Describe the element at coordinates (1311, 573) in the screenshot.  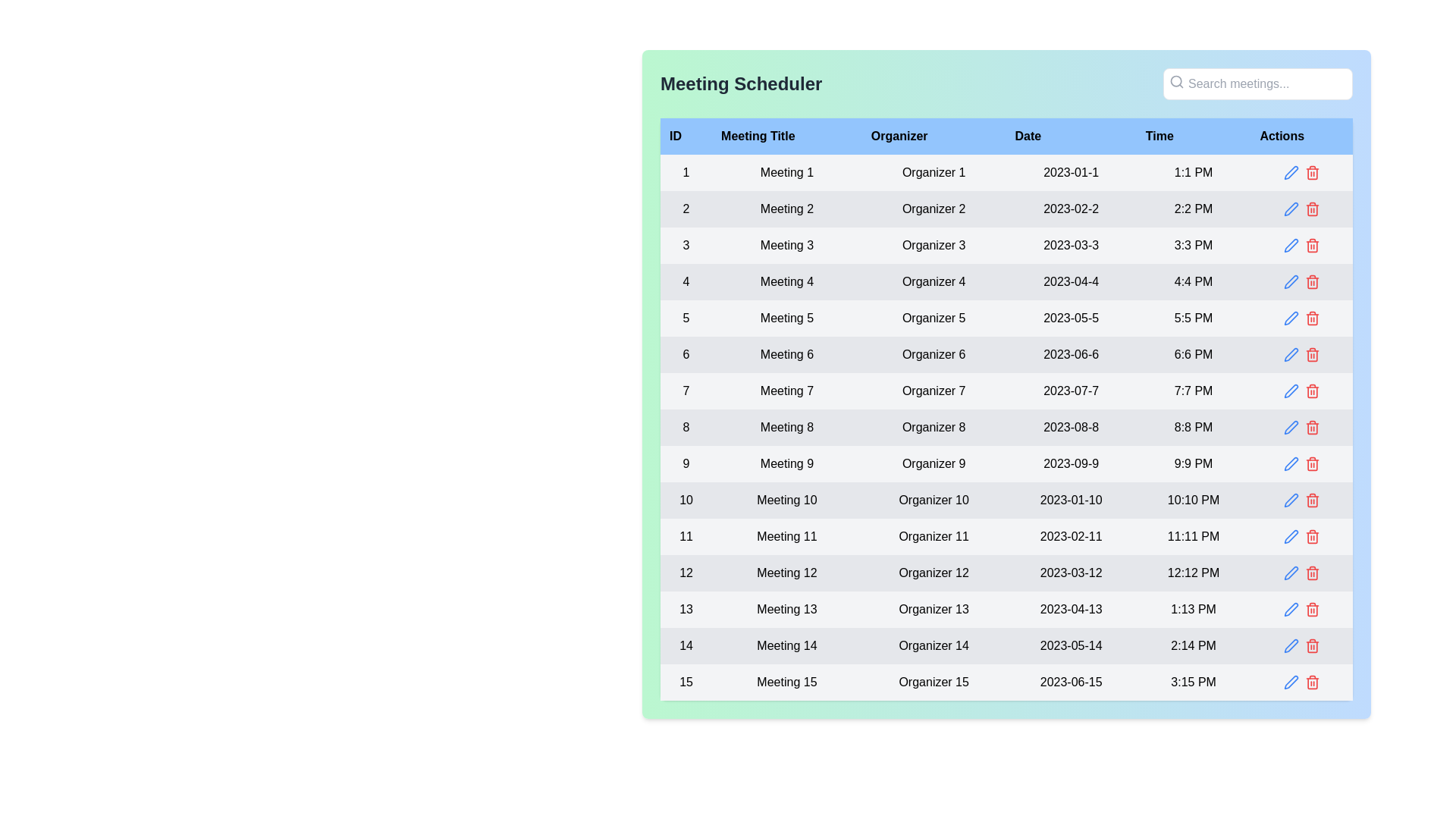
I see `the red trash can icon in the 'Actions' column for 'Meeting 12'` at that location.